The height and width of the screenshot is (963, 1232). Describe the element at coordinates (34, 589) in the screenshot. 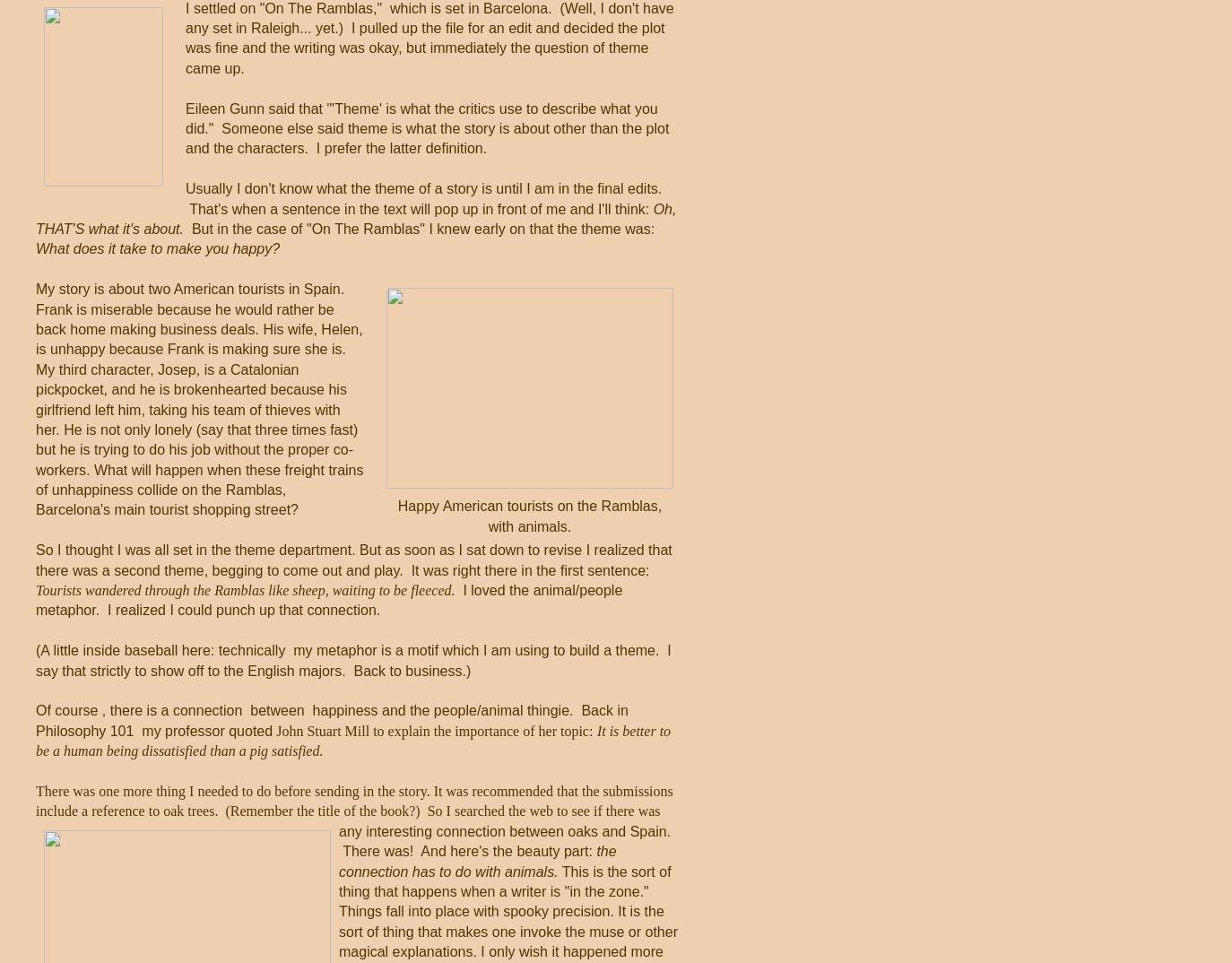

I see `'Tourists wandered through the Ramblas like
sheep, waiting to be fleeced.'` at that location.